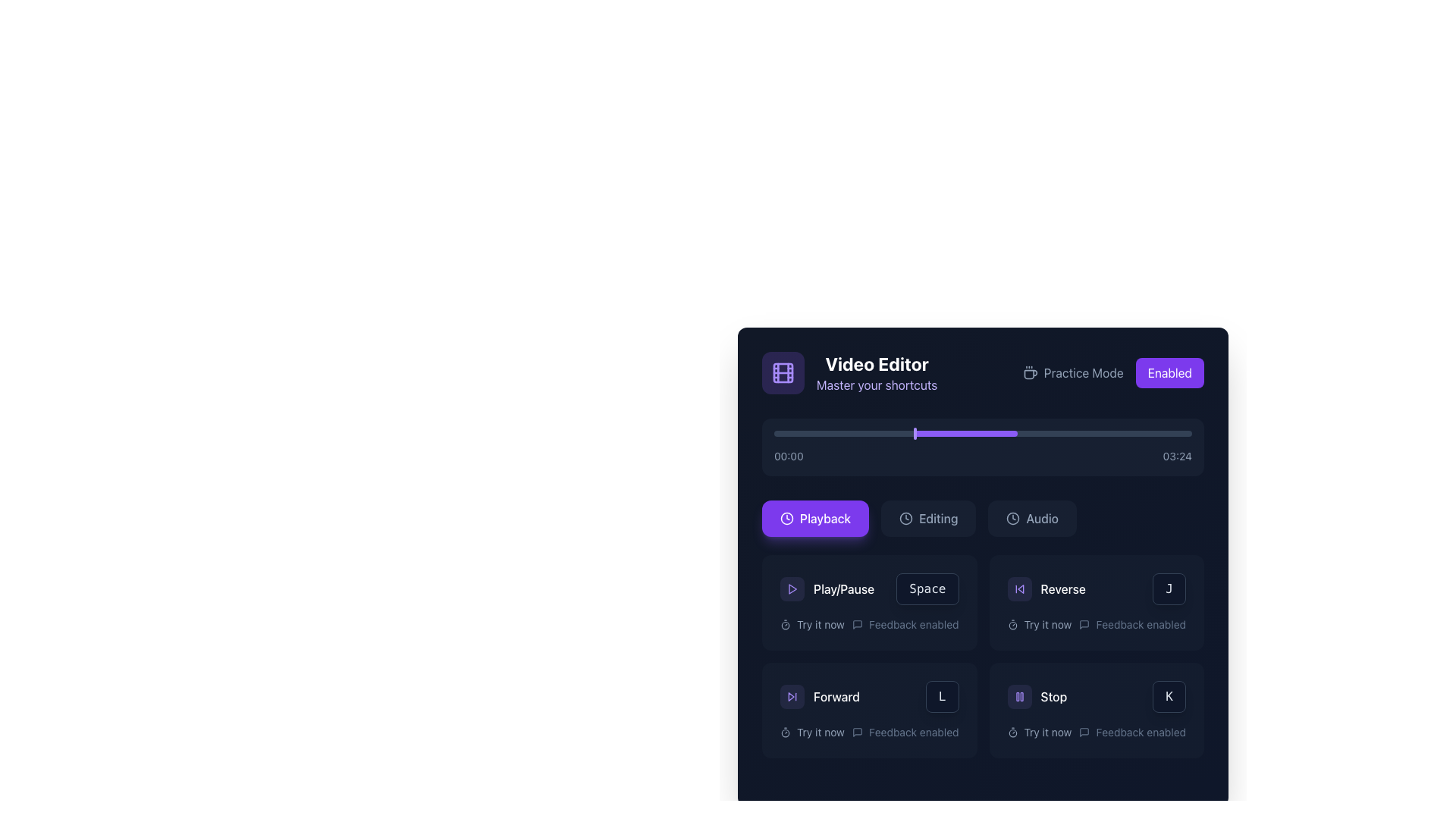 This screenshot has height=819, width=1456. I want to click on the 'Try it now' text label with stopwatch icon located in the bottom section of the 'Reverse' box, so click(1038, 625).